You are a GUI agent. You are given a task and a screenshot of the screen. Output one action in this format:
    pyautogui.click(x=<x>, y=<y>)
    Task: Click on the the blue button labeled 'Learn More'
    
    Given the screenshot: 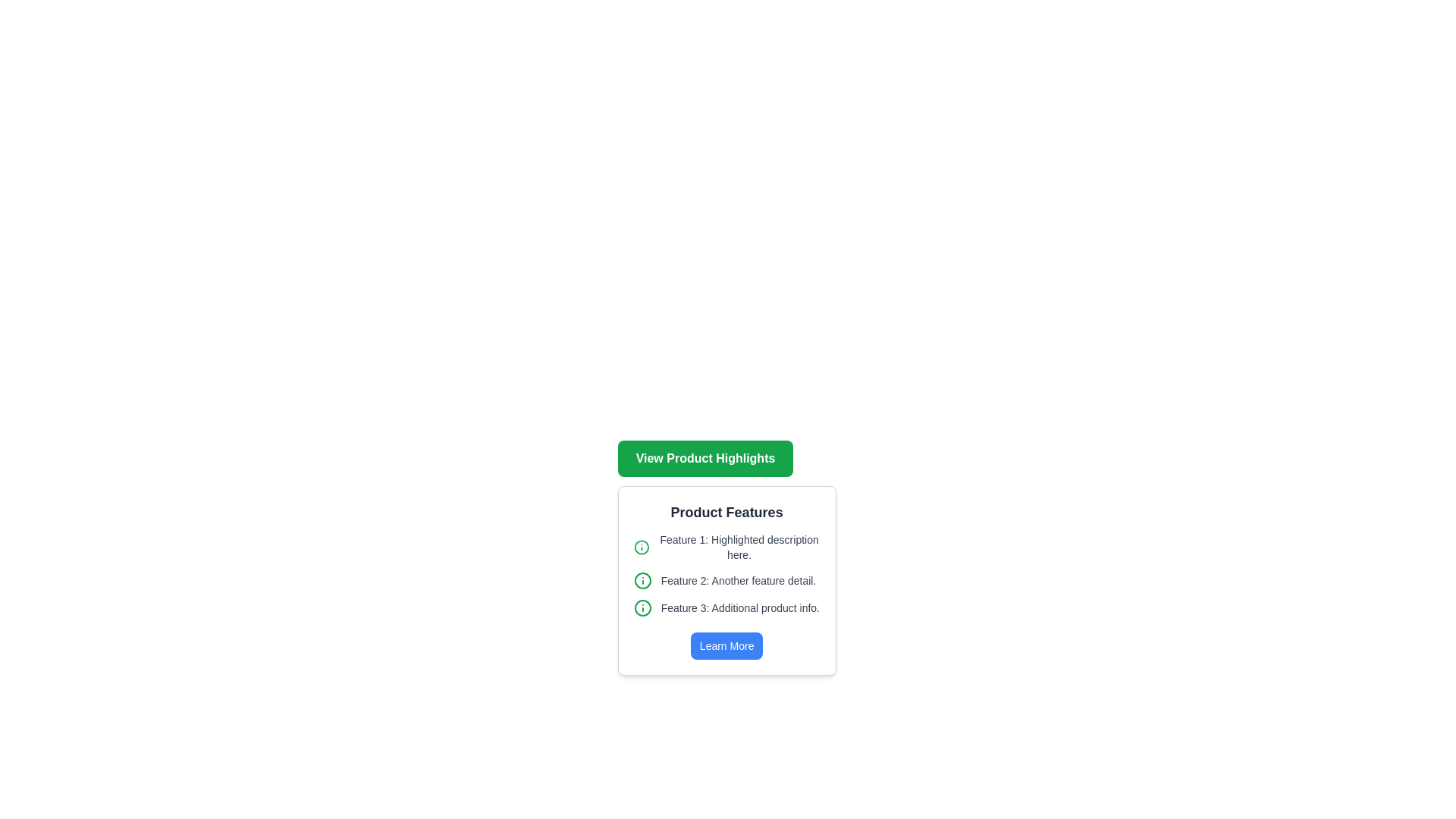 What is the action you would take?
    pyautogui.click(x=726, y=646)
    